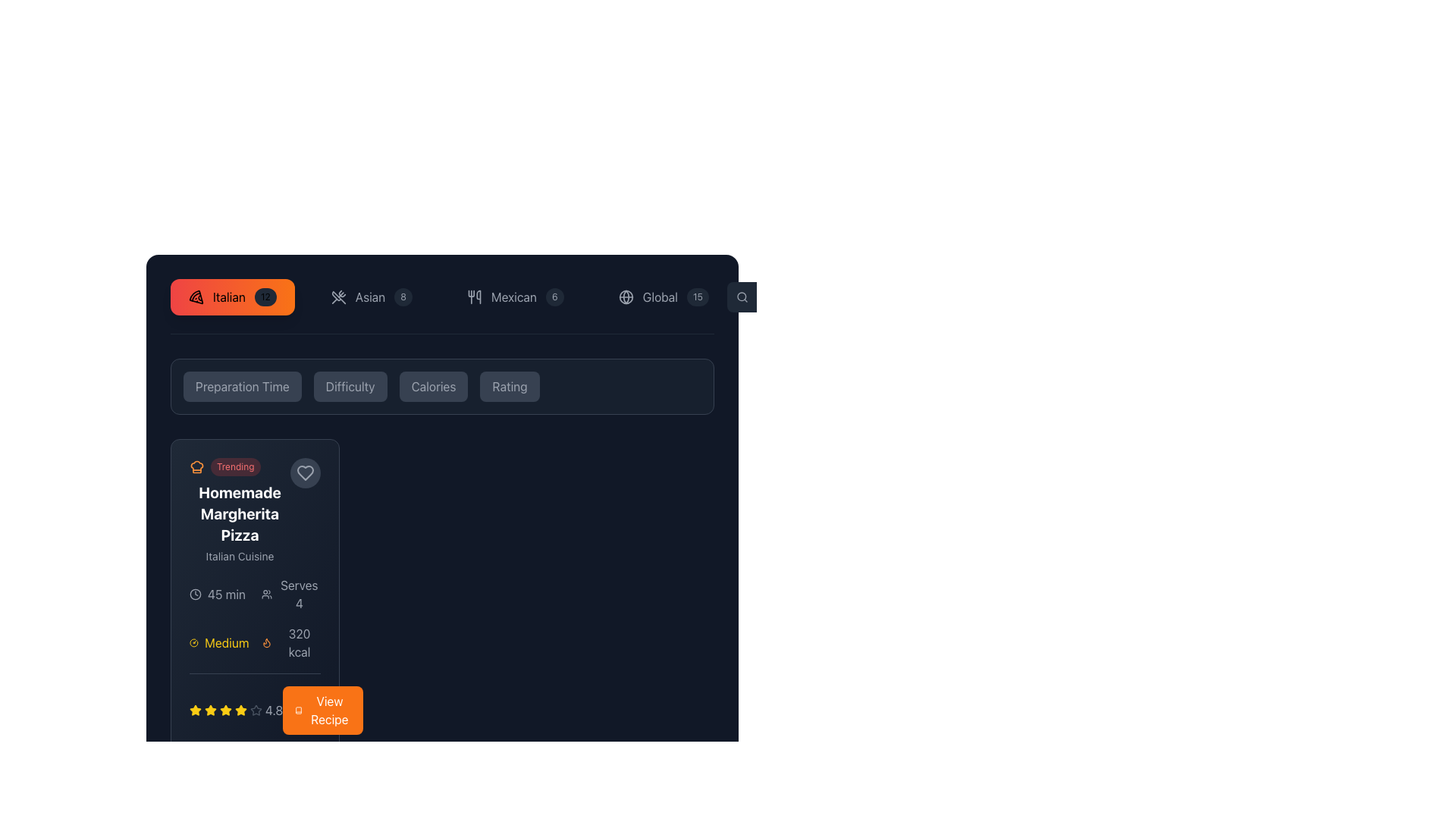  Describe the element at coordinates (196, 465) in the screenshot. I see `the chef's hat icon representing the Italian cuisine category located in the navigation bar` at that location.